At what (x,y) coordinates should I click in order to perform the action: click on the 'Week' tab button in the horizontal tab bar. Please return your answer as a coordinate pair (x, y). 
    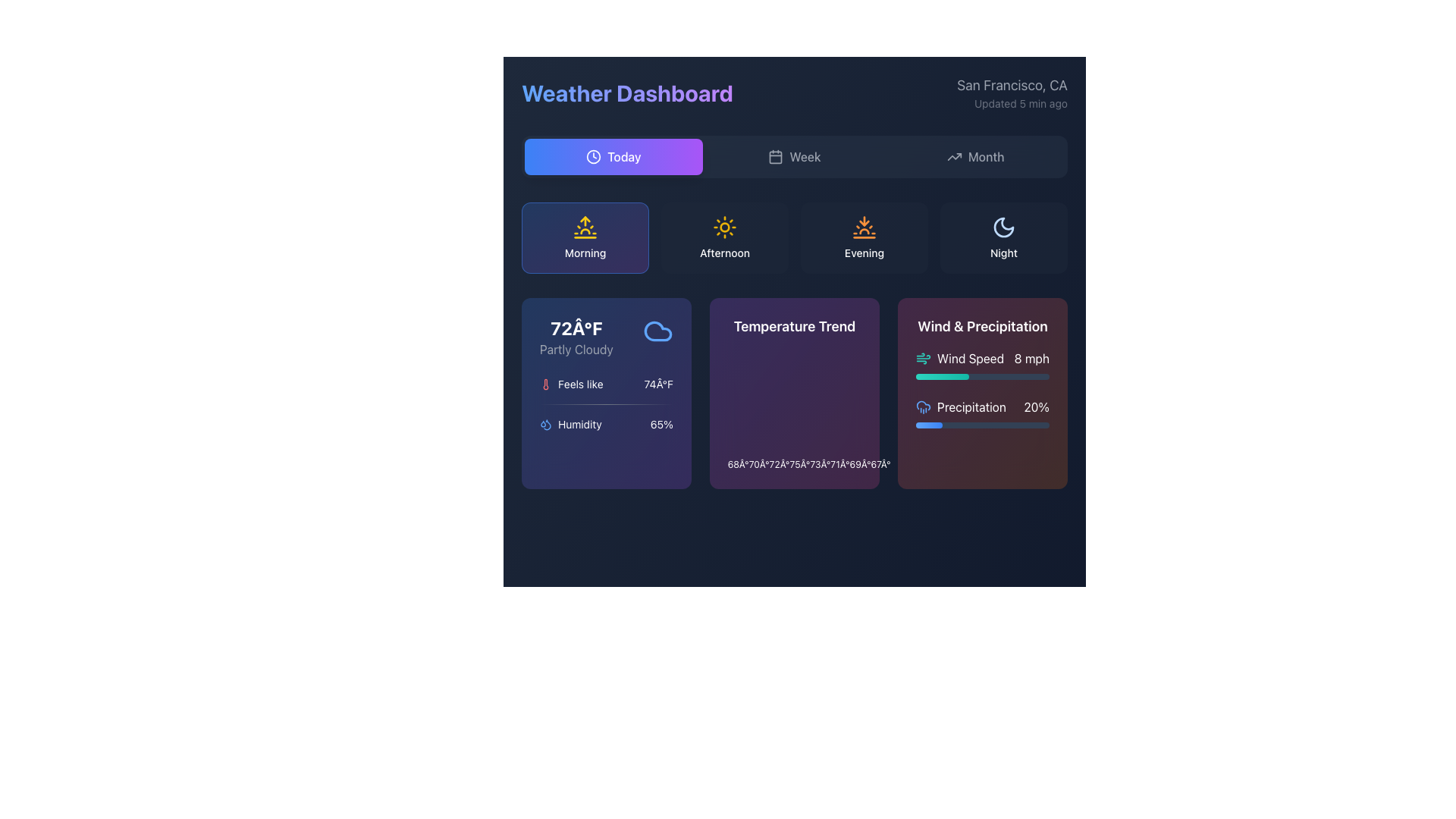
    Looking at the image, I should click on (793, 157).